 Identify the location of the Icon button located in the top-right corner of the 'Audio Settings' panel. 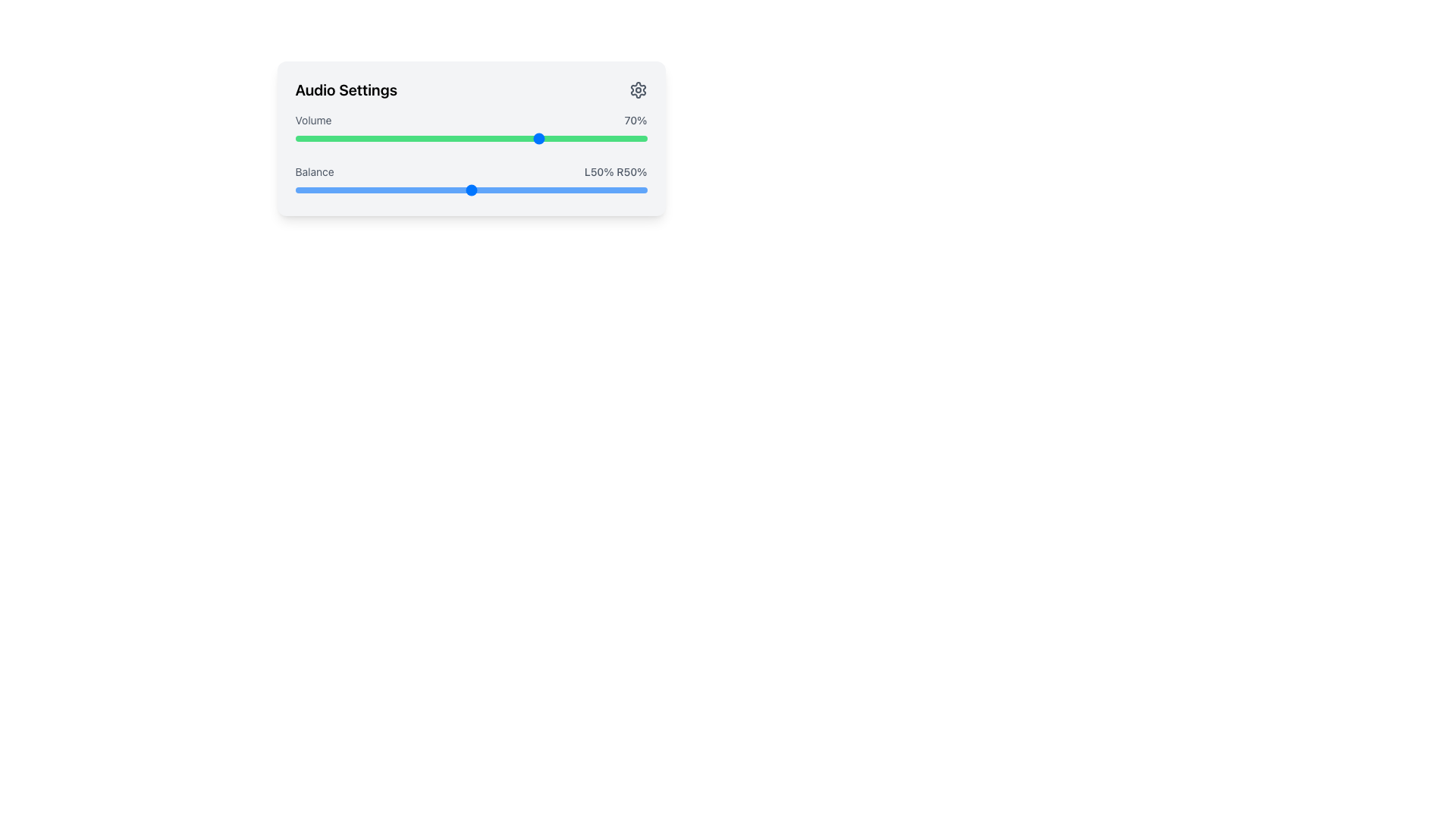
(638, 90).